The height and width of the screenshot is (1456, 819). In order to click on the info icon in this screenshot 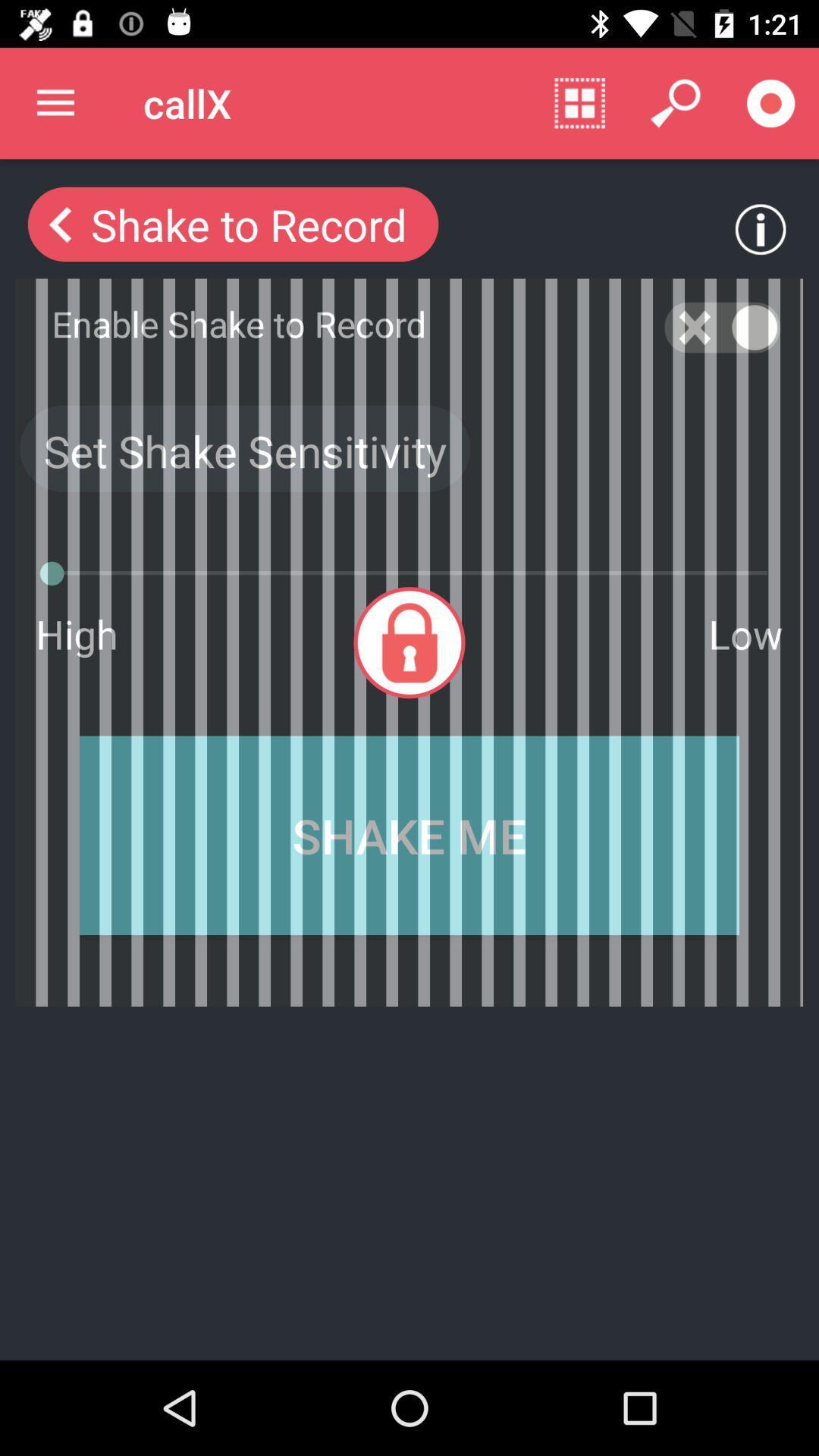, I will do `click(748, 228)`.